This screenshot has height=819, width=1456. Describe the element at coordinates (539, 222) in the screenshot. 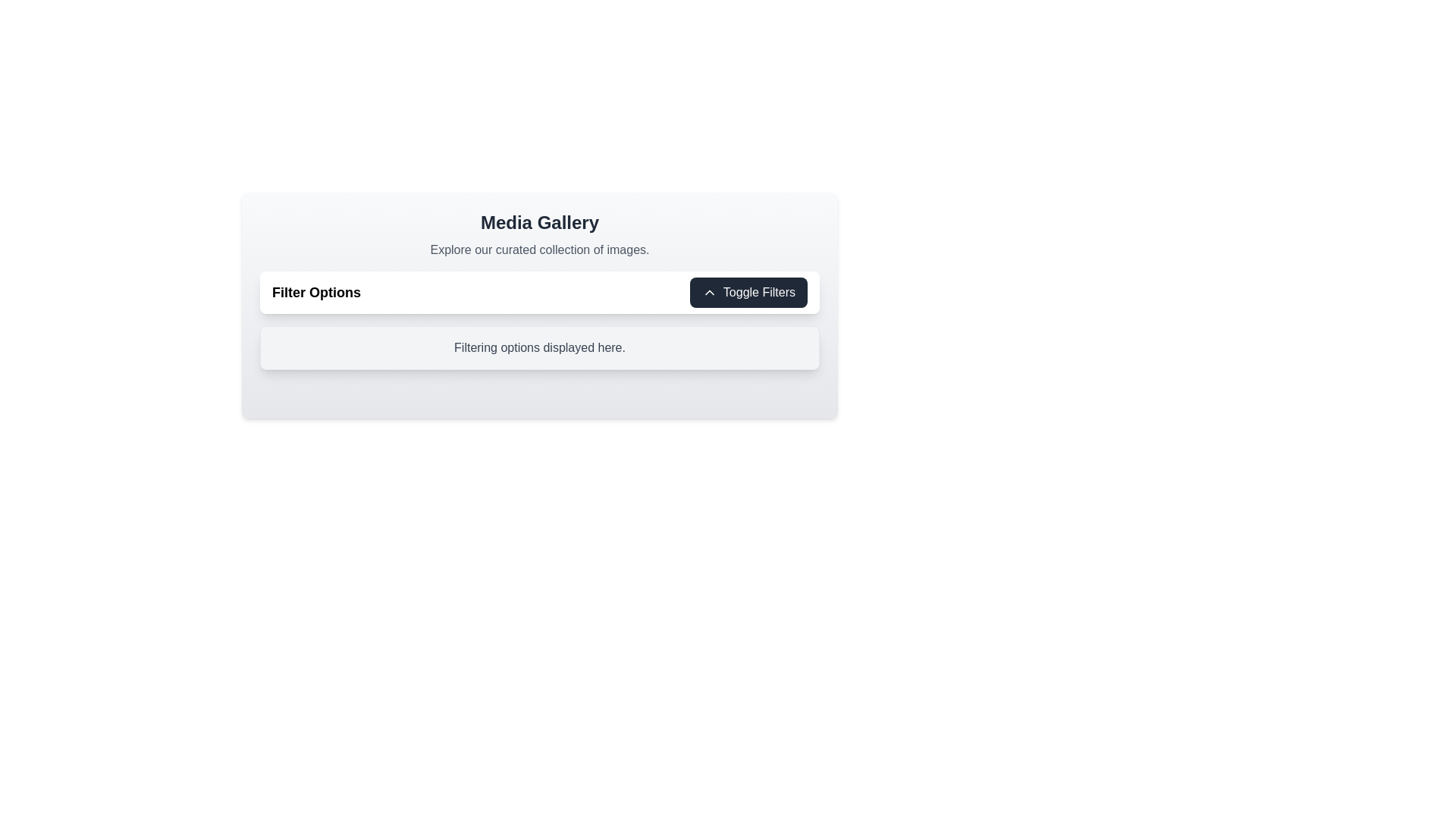

I see `the 'Media Gallery' header text element, which is styled in a large, bold black font and centrally aligned at the top of the application` at that location.